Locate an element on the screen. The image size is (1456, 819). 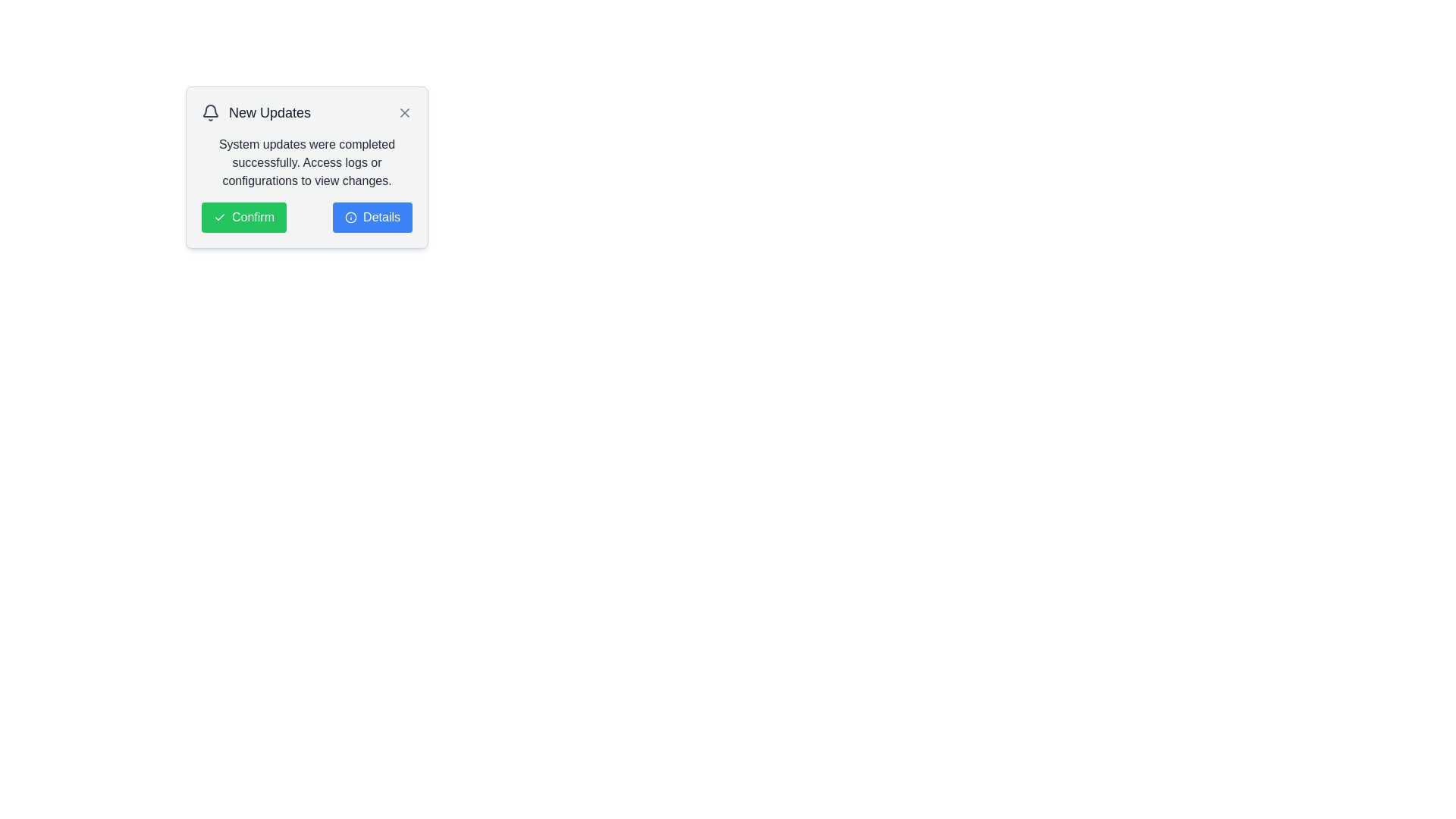
the green 'Confirm' button with white text and a check mark icon, located in the 'New Updates' notification box is located at coordinates (243, 217).